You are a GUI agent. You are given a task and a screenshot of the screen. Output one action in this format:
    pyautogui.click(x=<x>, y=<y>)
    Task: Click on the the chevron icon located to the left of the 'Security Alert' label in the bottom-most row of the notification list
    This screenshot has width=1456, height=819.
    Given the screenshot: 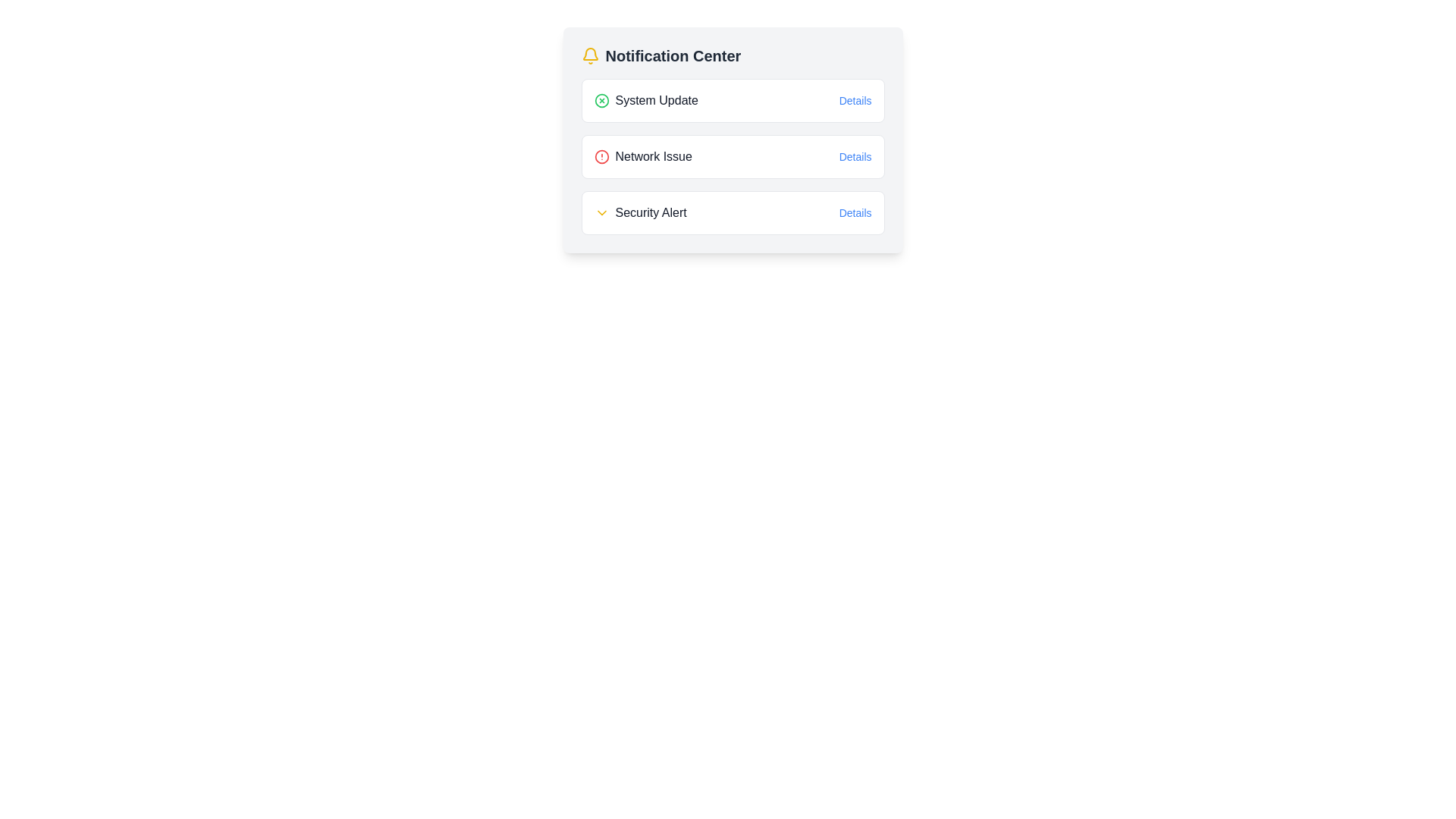 What is the action you would take?
    pyautogui.click(x=601, y=213)
    